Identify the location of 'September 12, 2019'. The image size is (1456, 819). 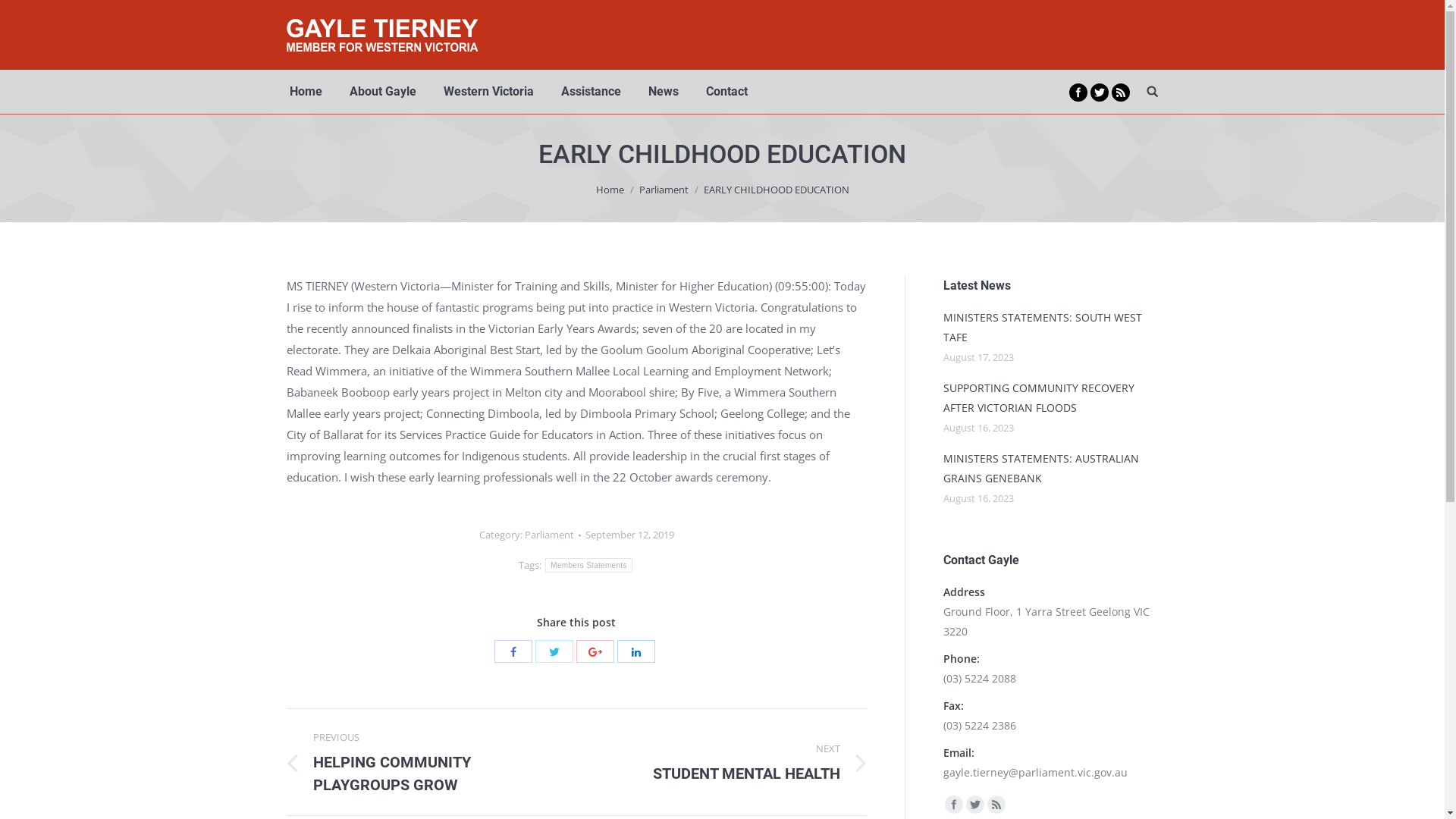
(629, 534).